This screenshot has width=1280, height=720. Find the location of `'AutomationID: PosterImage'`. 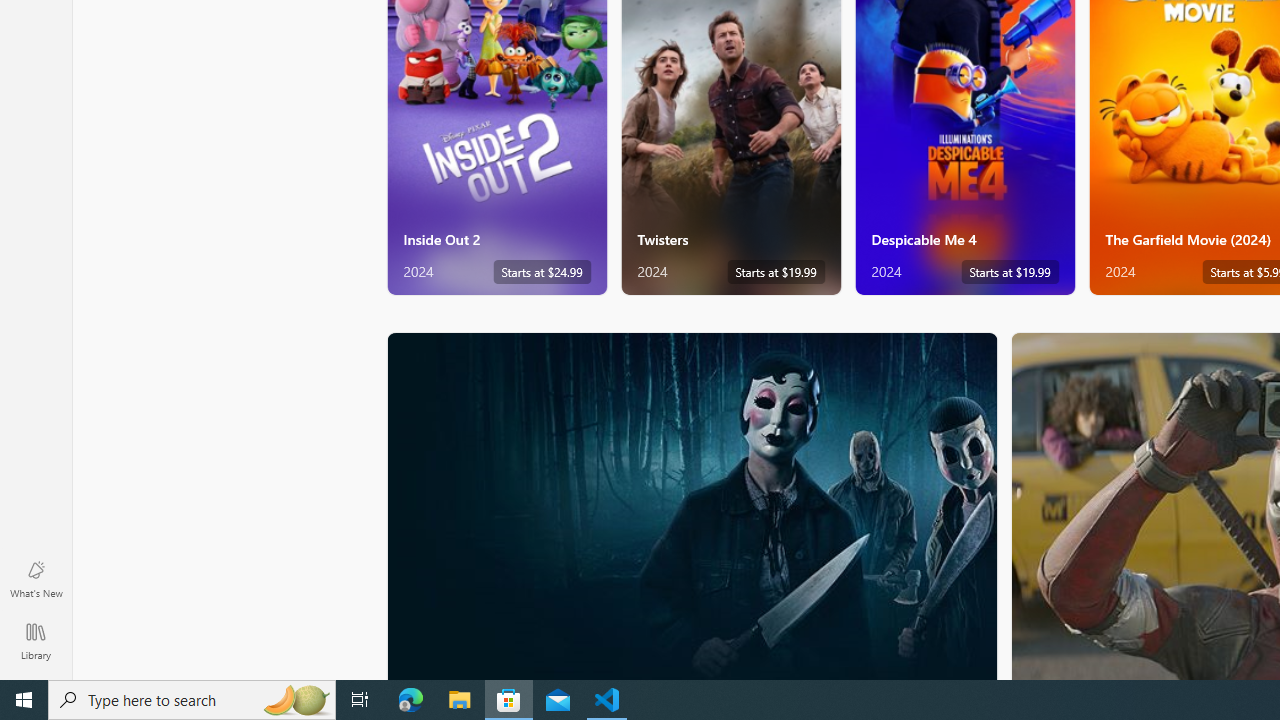

'AutomationID: PosterImage' is located at coordinates (691, 505).